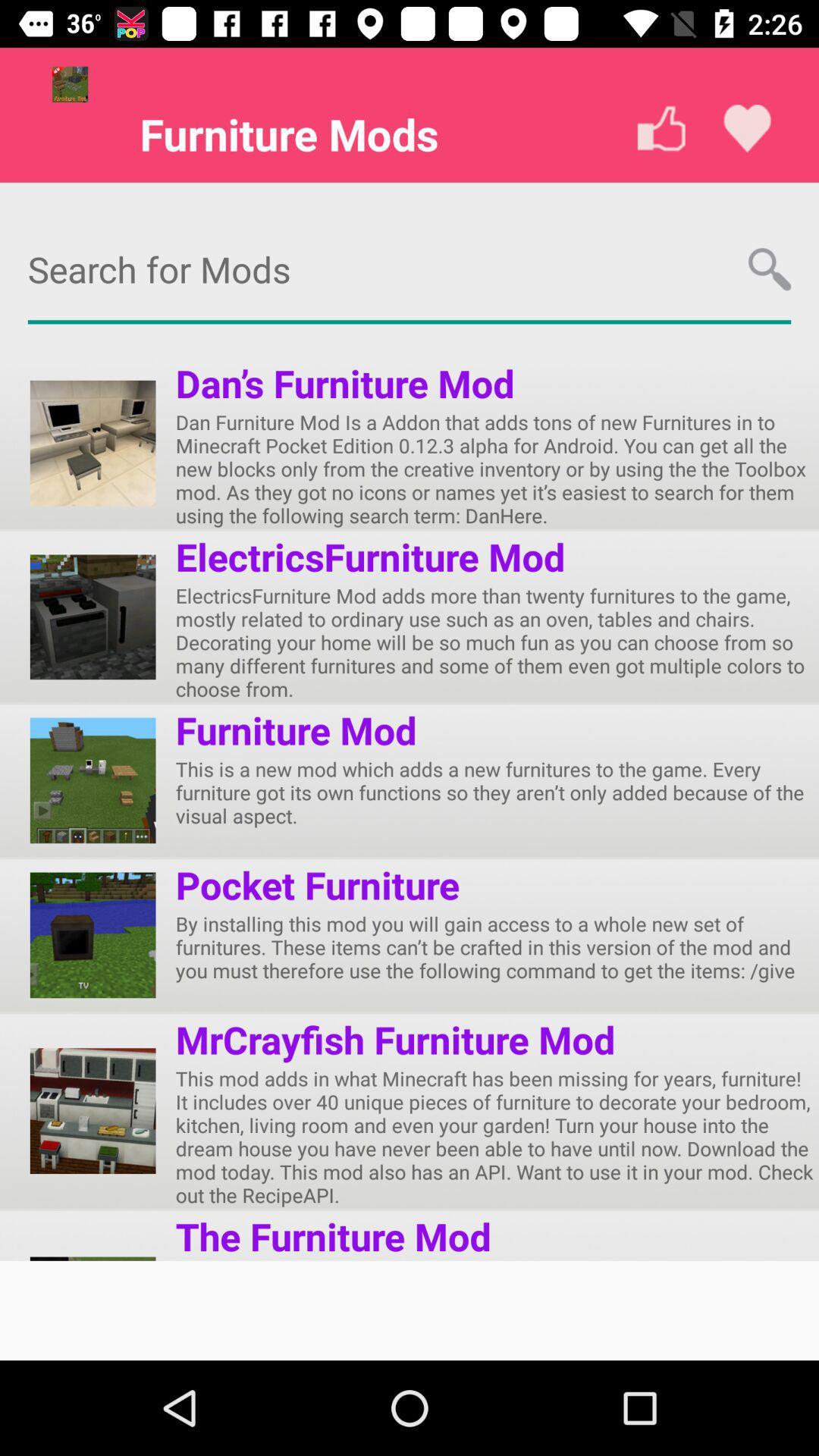 The image size is (819, 1456). I want to click on by installing this app, so click(497, 946).